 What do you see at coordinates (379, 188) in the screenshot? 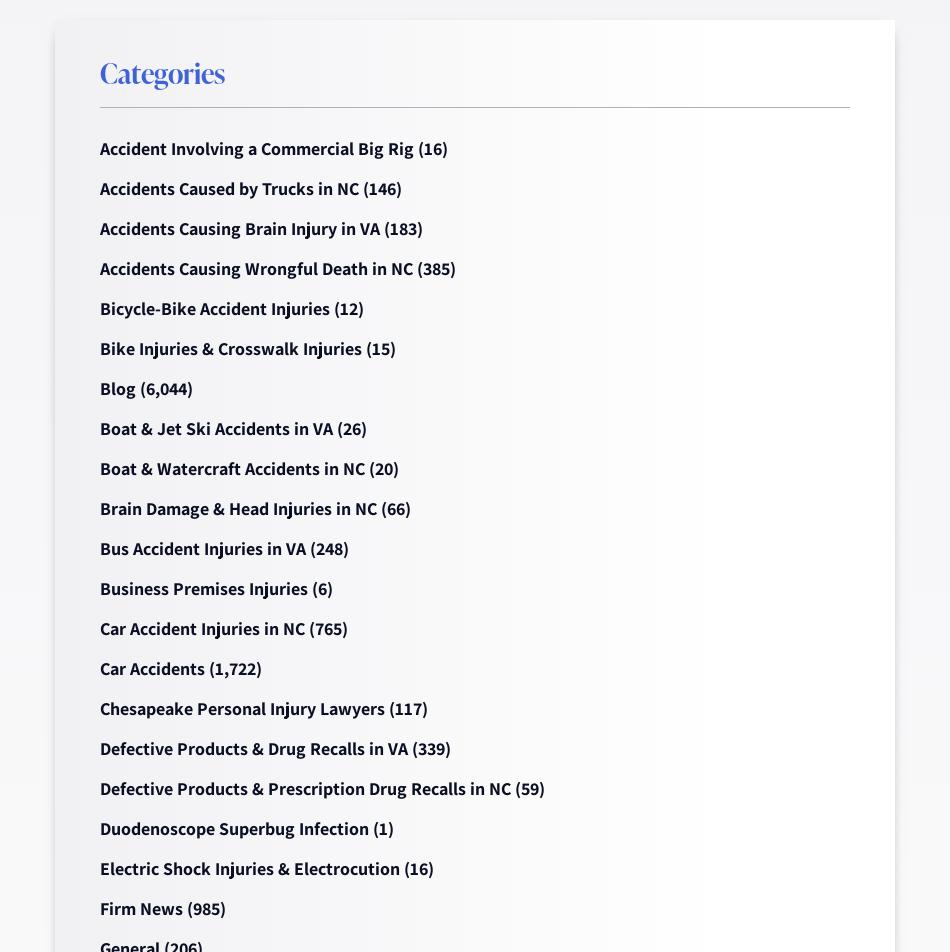
I see `'(146)'` at bounding box center [379, 188].